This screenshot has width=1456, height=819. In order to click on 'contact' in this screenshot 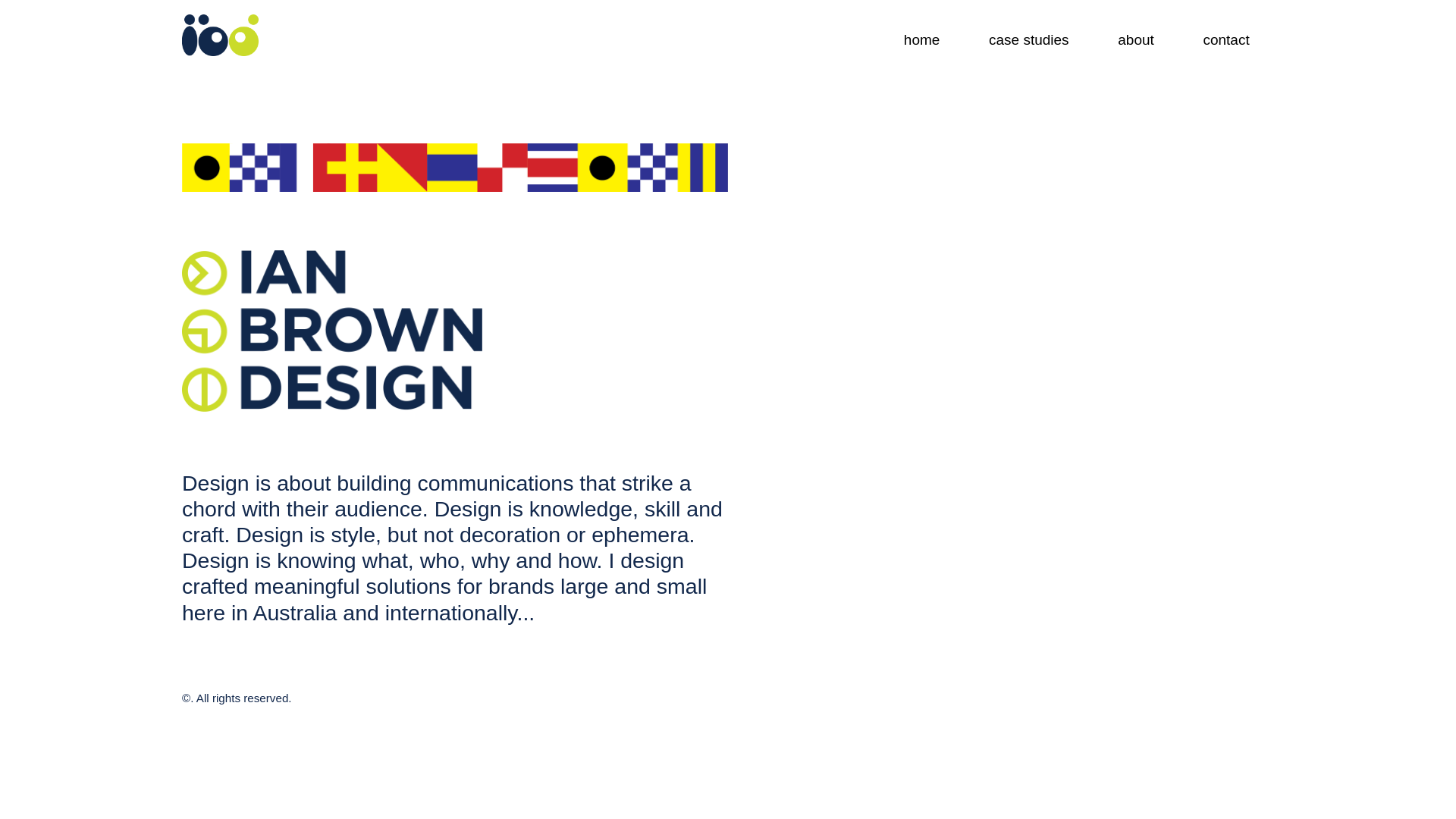, I will do `click(1226, 39)`.